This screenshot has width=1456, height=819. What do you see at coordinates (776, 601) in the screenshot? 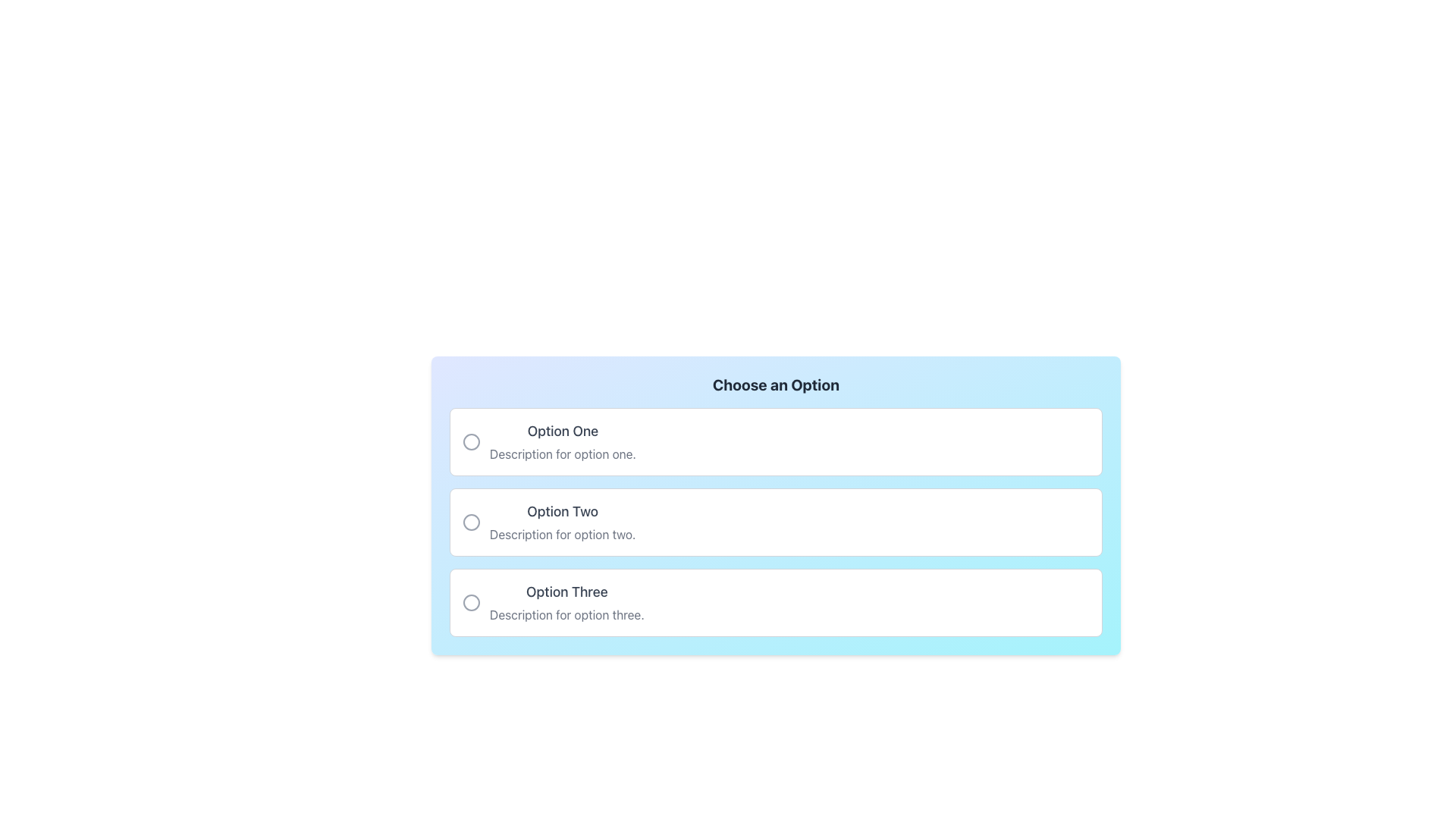
I see `the third selectable item in the list labeled 'Option Three'` at bounding box center [776, 601].